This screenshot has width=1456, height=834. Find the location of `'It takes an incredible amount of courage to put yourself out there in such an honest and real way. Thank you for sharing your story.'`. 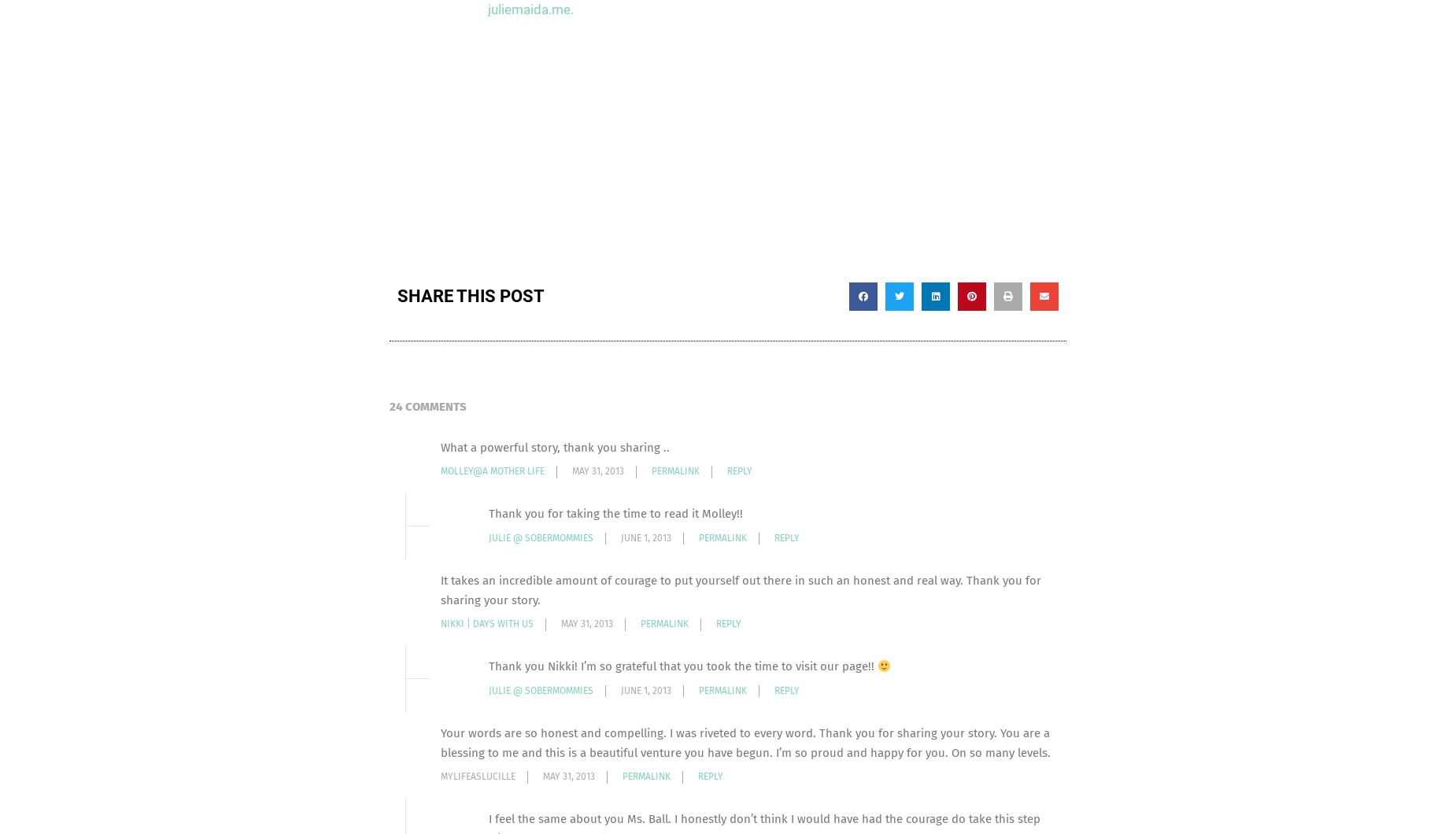

'It takes an incredible amount of courage to put yourself out there in such an honest and real way. Thank you for sharing your story.' is located at coordinates (740, 589).